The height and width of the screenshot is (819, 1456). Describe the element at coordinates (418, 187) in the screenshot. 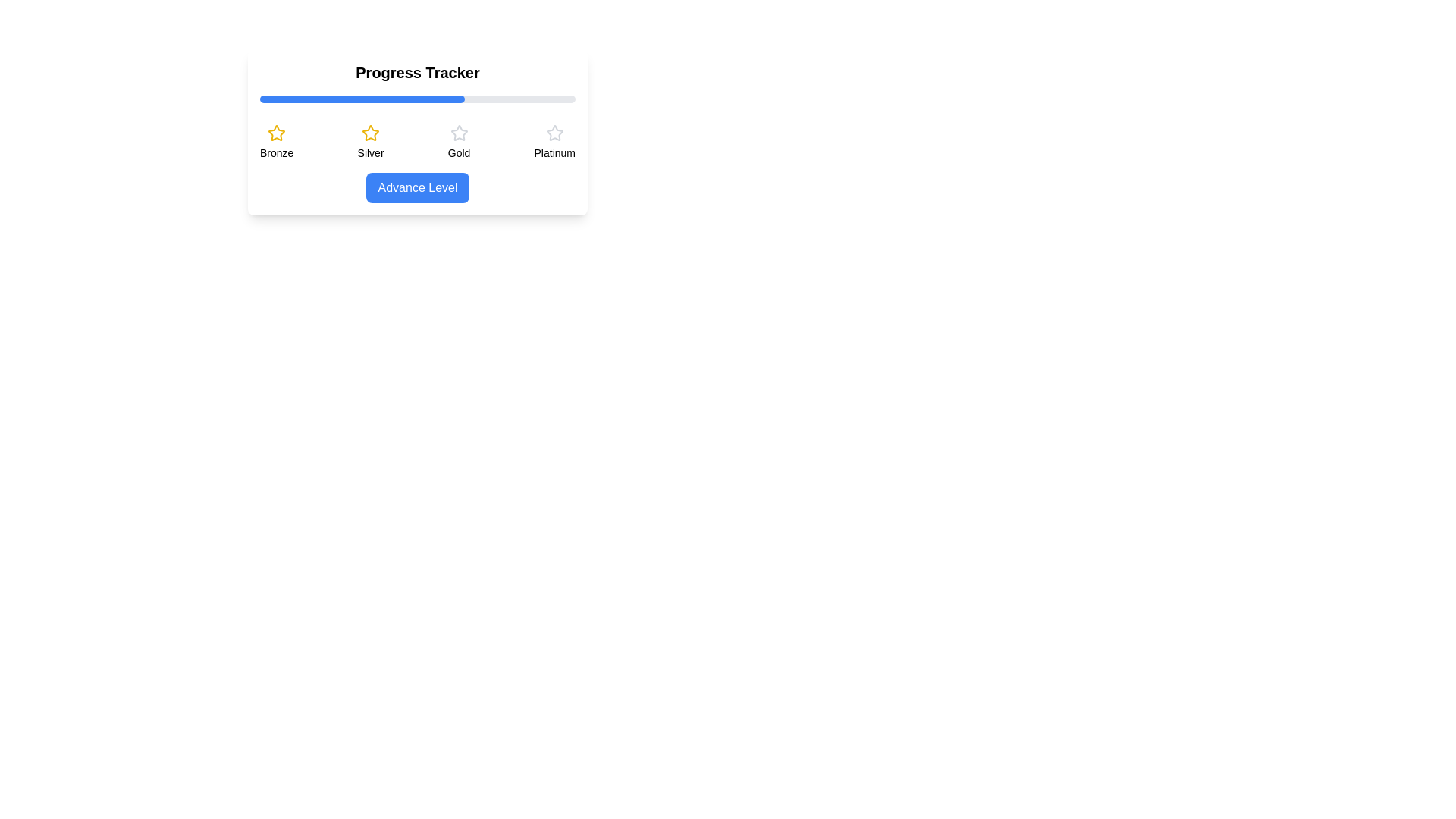

I see `the 'Advance Level' button with a blue background and white text located at the bottom center of the 'Progress Tracker' card to trigger a visual change` at that location.